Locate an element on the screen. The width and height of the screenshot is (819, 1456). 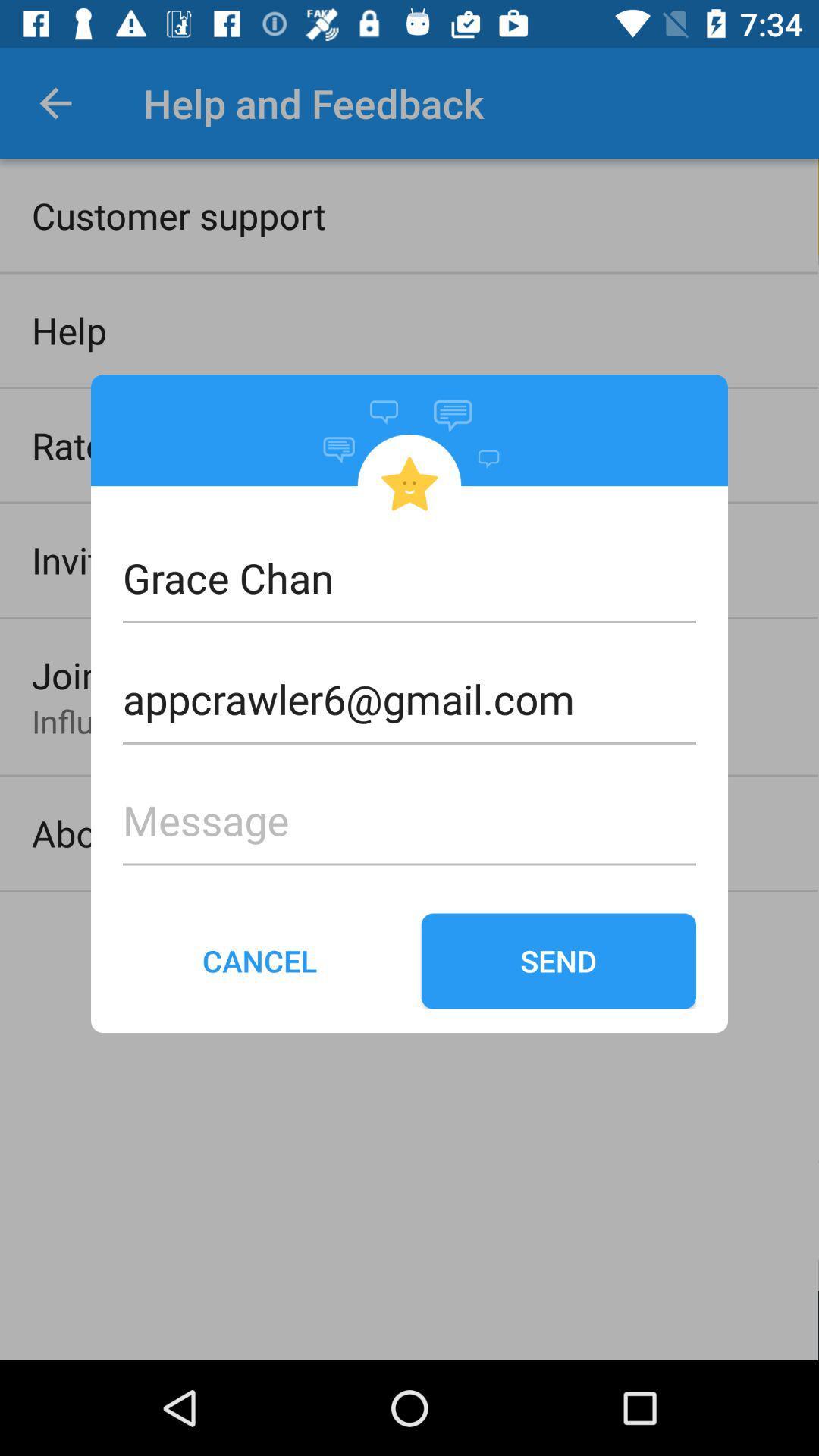
the item on the left is located at coordinates (259, 960).